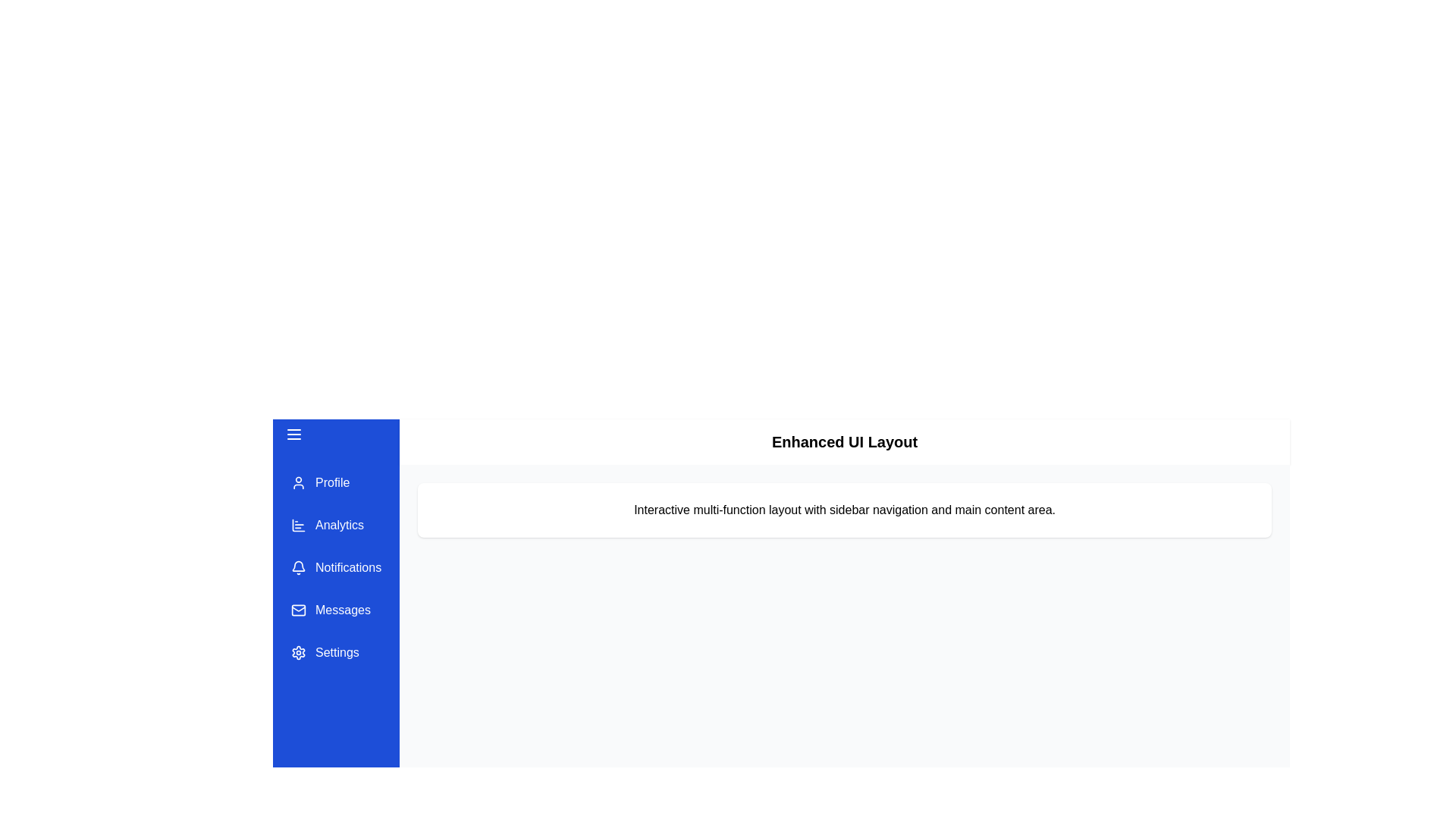 The width and height of the screenshot is (1456, 819). I want to click on the user profile icon located in the left sidebar, preceding the 'Profile' text label, so click(298, 482).